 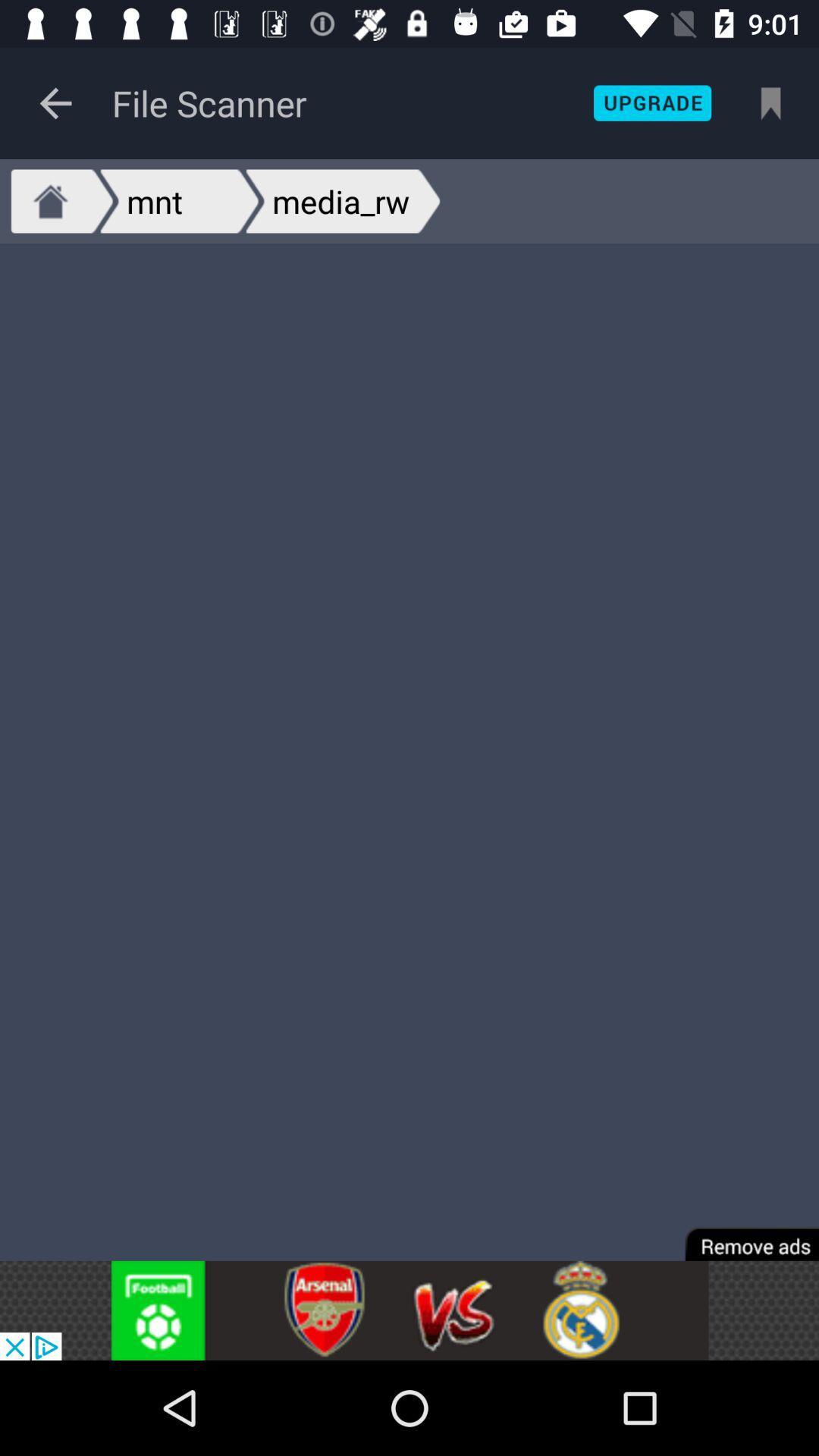 I want to click on open upgrade option, so click(x=651, y=102).